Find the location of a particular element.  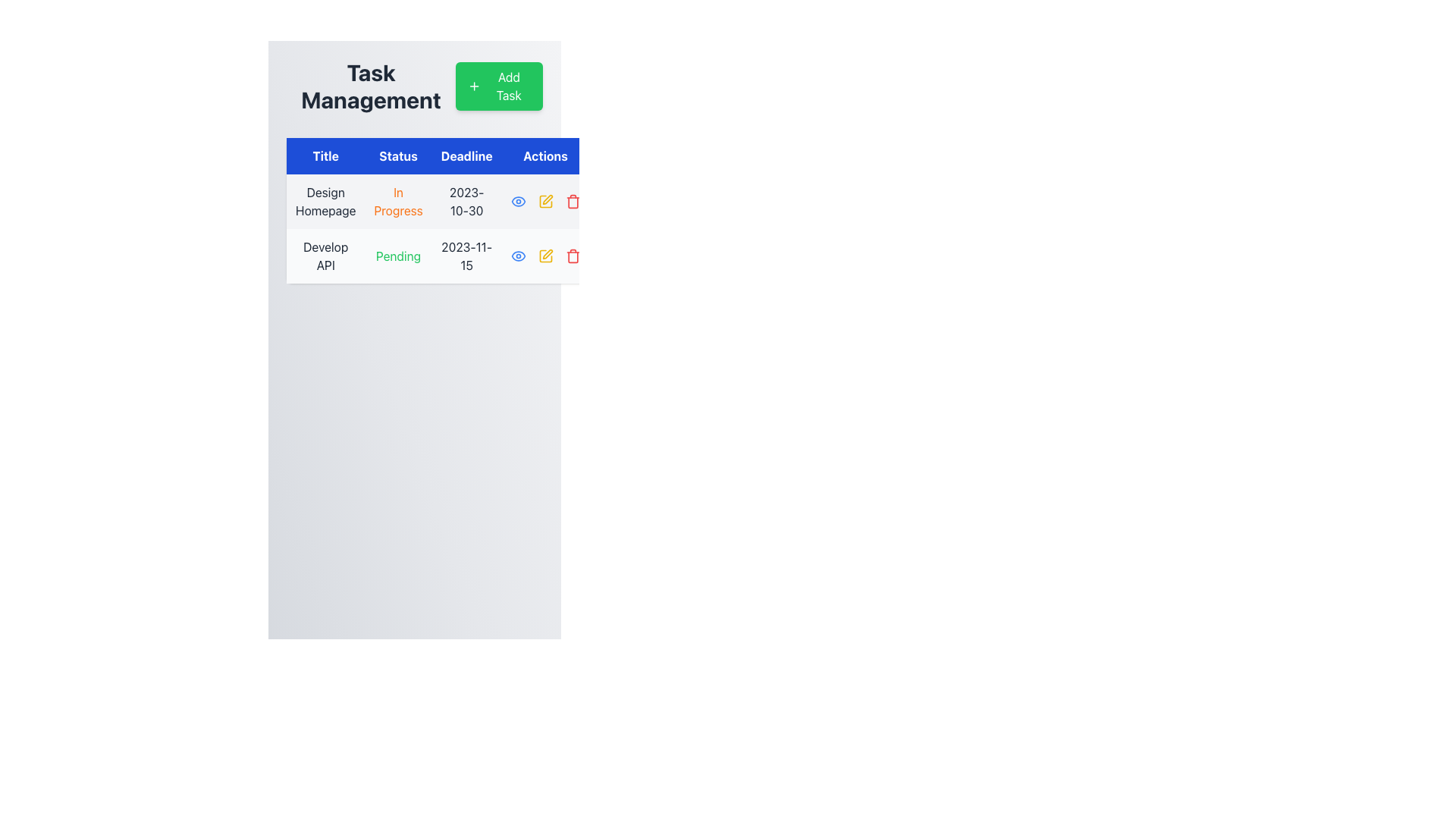

the edit icon in the Actions column of the task management interface for the 'Design Homepage' task is located at coordinates (545, 256).